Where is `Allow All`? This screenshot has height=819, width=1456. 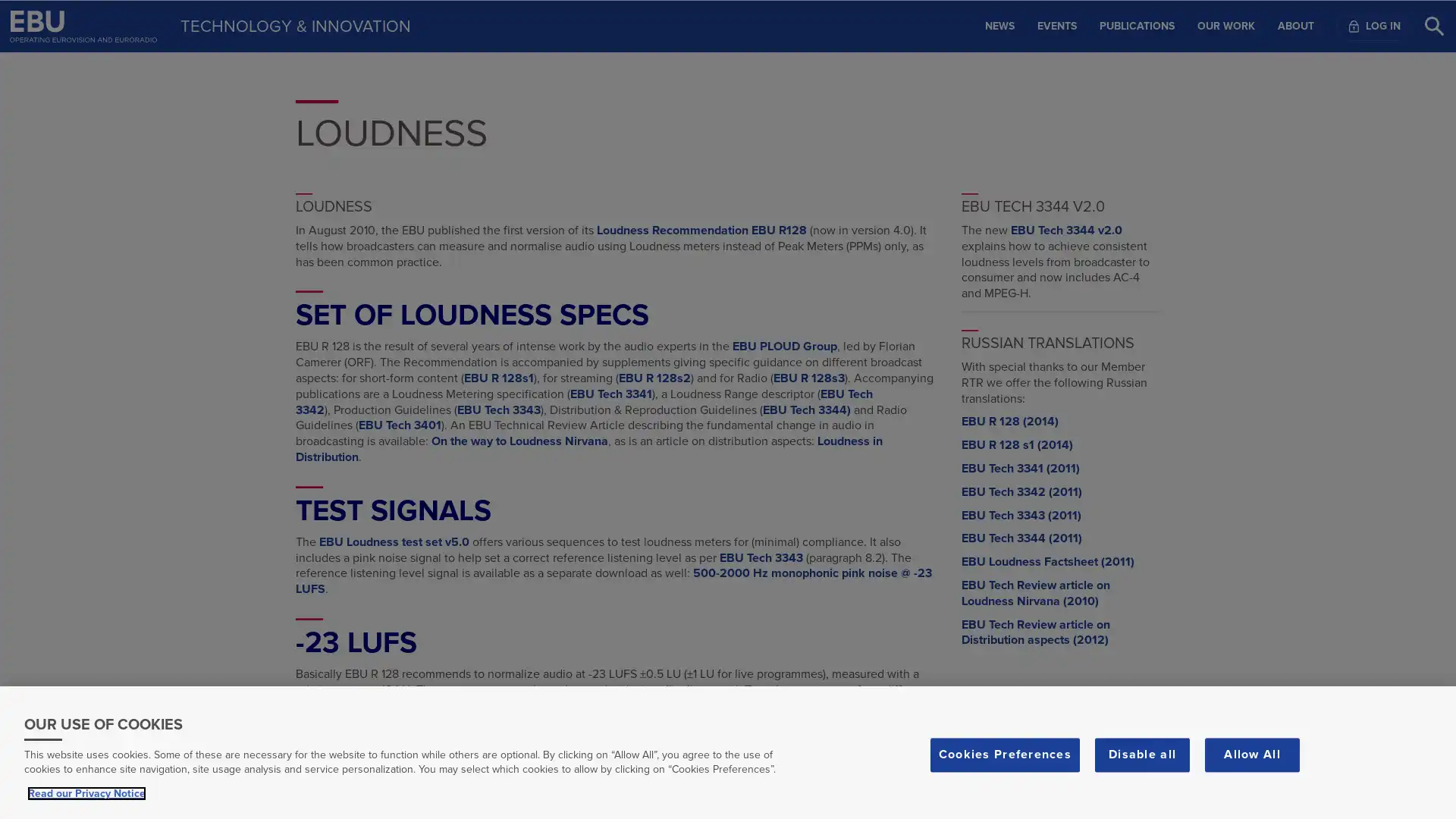
Allow All is located at coordinates (1252, 755).